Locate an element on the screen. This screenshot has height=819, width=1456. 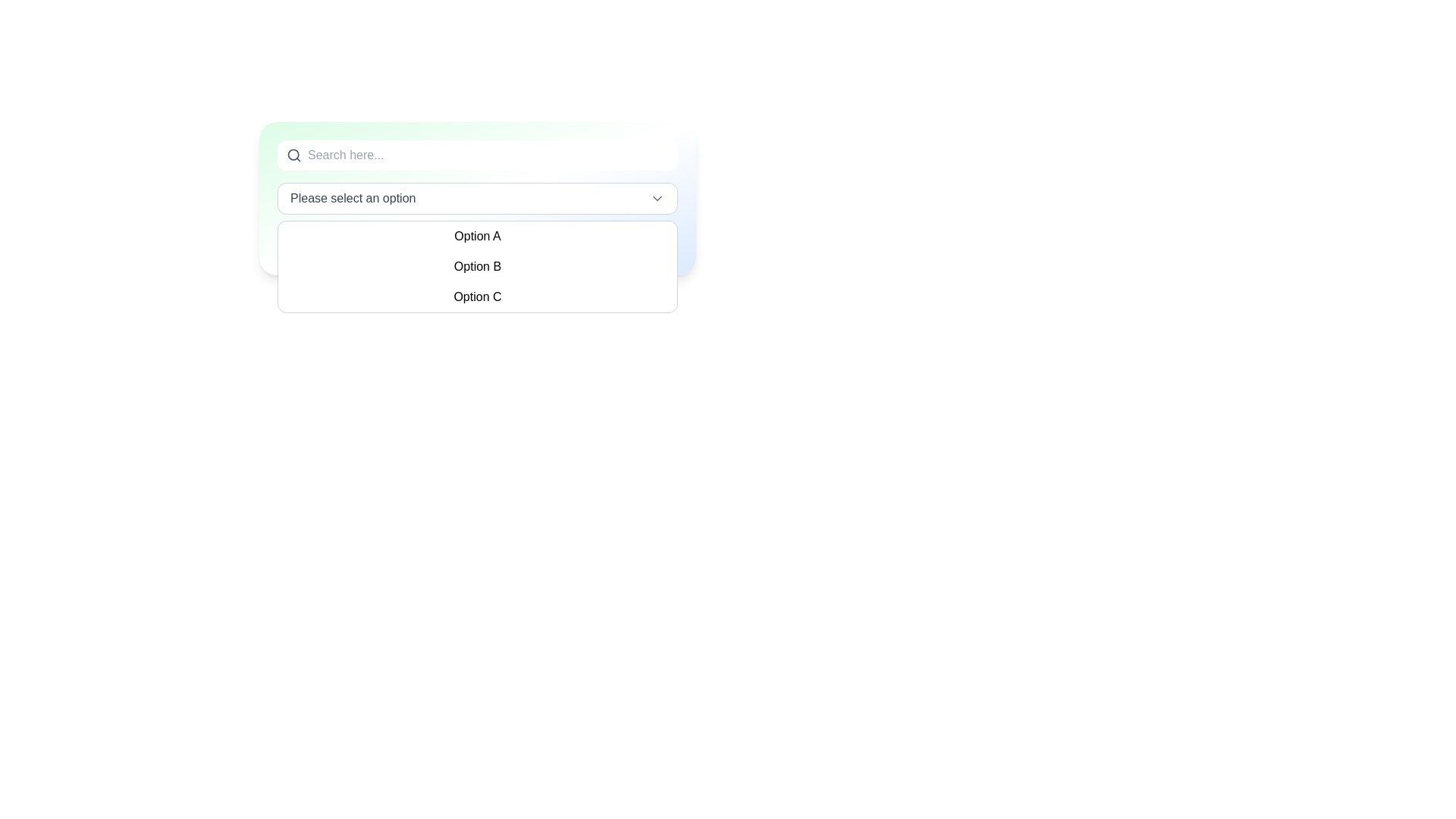
the first option in the dropdown menu located beneath 'Please select an option' is located at coordinates (476, 237).